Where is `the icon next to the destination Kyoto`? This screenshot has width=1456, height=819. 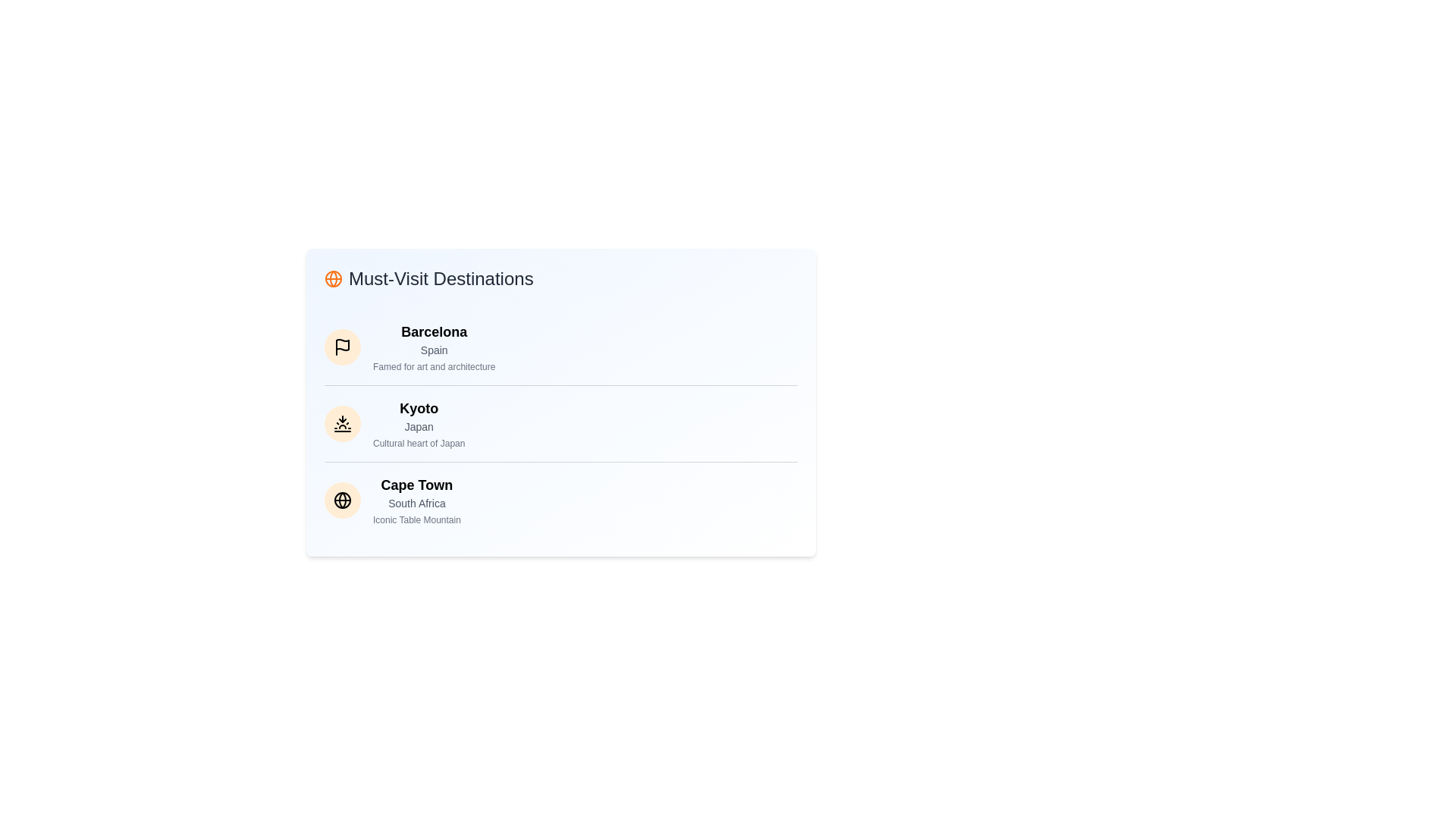 the icon next to the destination Kyoto is located at coordinates (341, 424).